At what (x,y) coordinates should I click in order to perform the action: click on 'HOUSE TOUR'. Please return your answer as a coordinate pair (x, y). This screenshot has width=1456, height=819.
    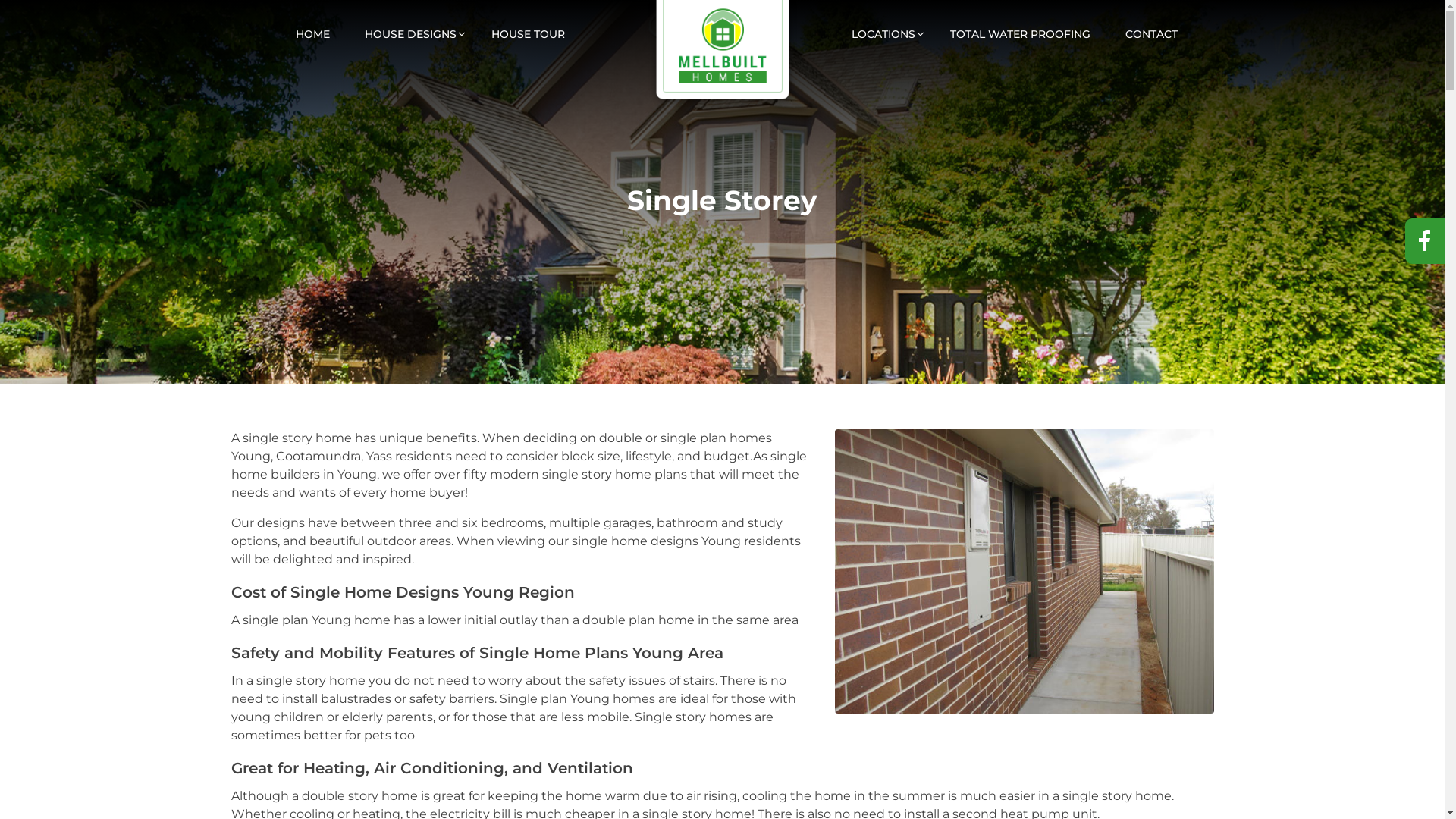
    Looking at the image, I should click on (528, 25).